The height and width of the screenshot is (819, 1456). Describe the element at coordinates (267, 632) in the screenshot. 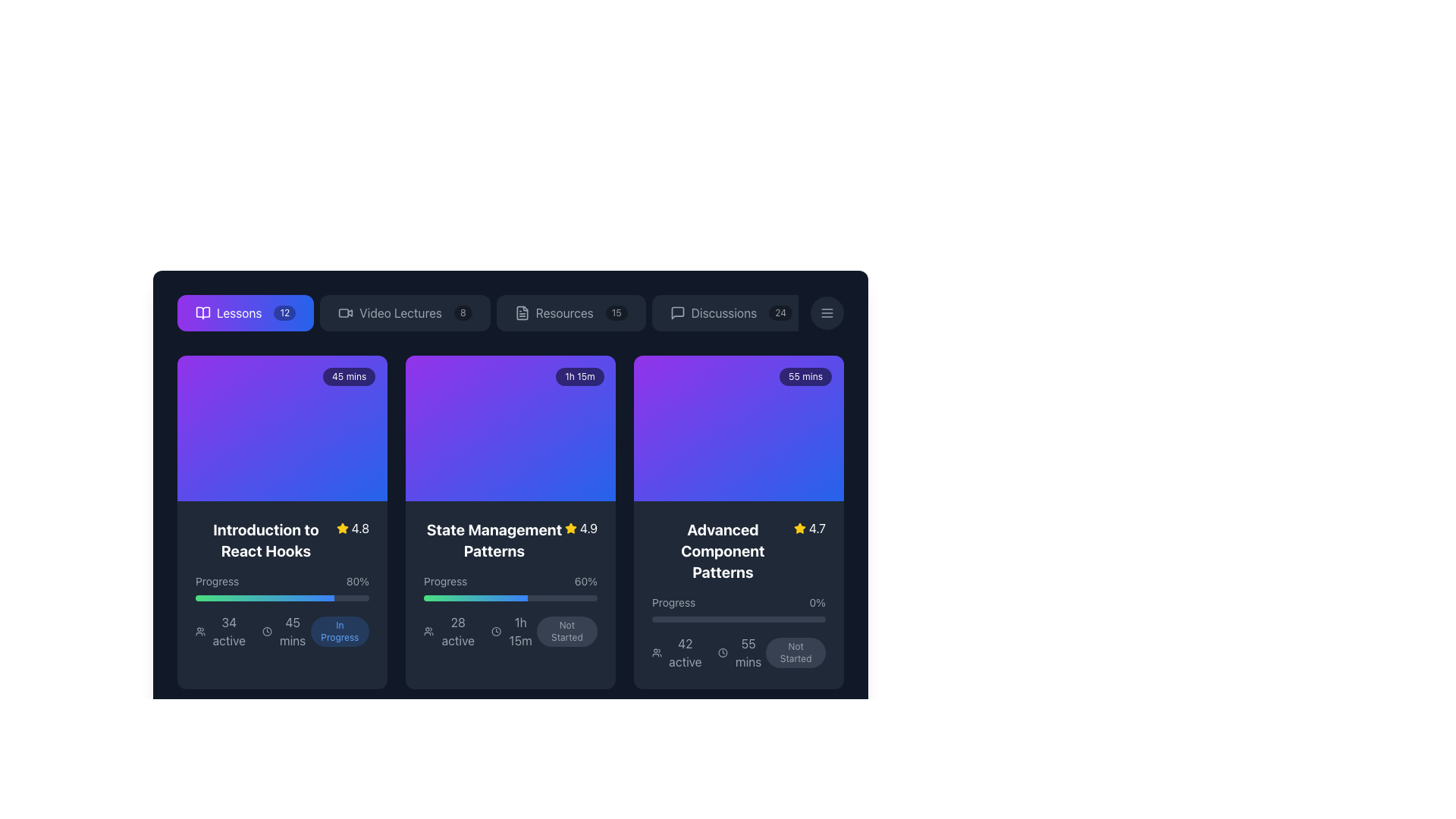

I see `the clock icon located before the '45 mins' text within the 'Introduction to React Hooks' card for information` at that location.